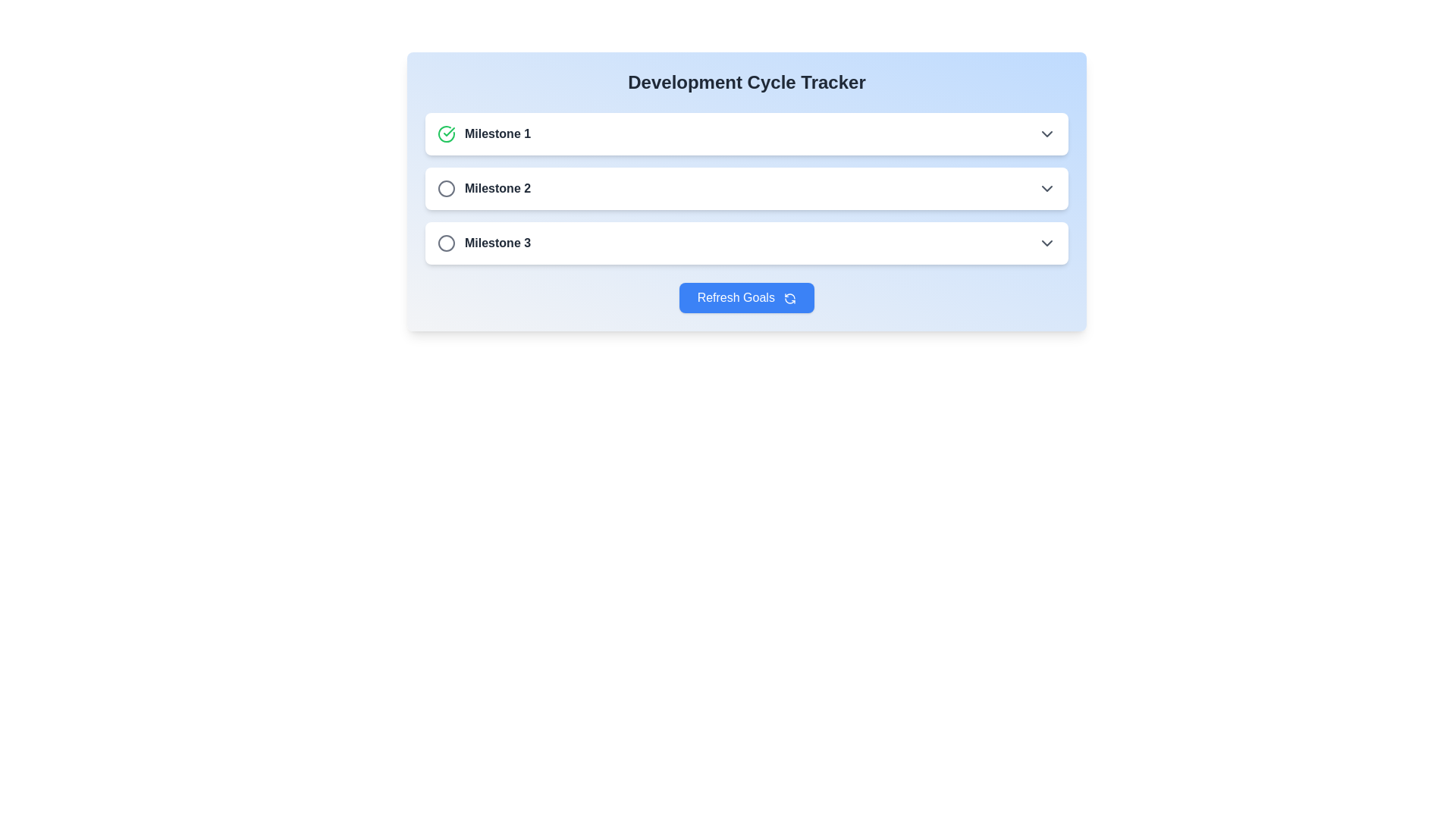 This screenshot has height=819, width=1456. What do you see at coordinates (446, 133) in the screenshot?
I see `the green checkmark icon, which indicates a completed status, located to the immediate left of the text 'Milestone 1' in the first row of the milestones list` at bounding box center [446, 133].